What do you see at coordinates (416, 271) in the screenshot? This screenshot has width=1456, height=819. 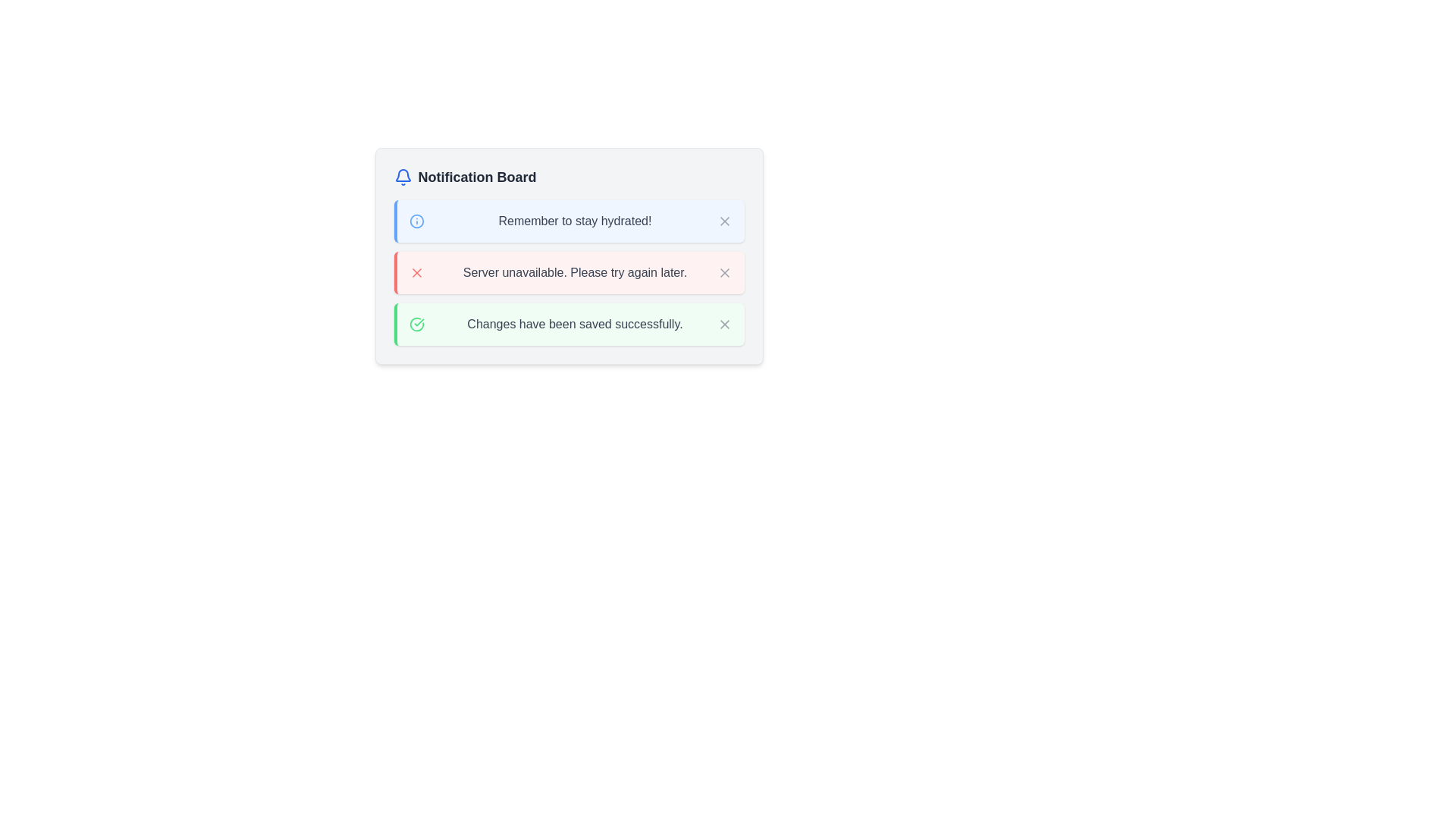 I see `the error icon located in the top left corner of the notification card that indicates 'Server unavailable. Please try again later.'` at bounding box center [416, 271].